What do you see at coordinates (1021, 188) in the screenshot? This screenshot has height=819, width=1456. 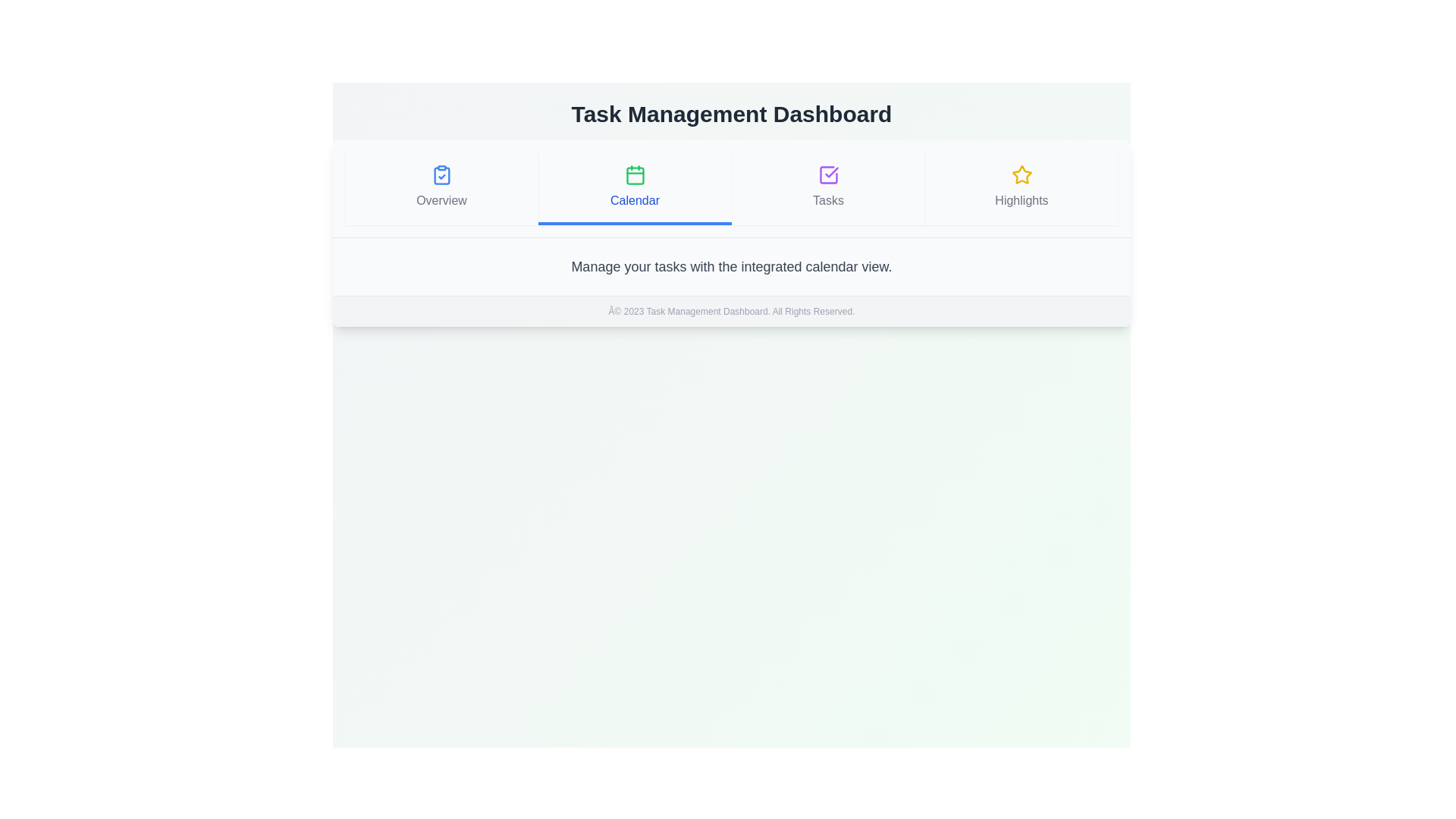 I see `the 'Highlights' tabbed navigation button, which features a yellow star icon and gray text, to observe its hover effects` at bounding box center [1021, 188].